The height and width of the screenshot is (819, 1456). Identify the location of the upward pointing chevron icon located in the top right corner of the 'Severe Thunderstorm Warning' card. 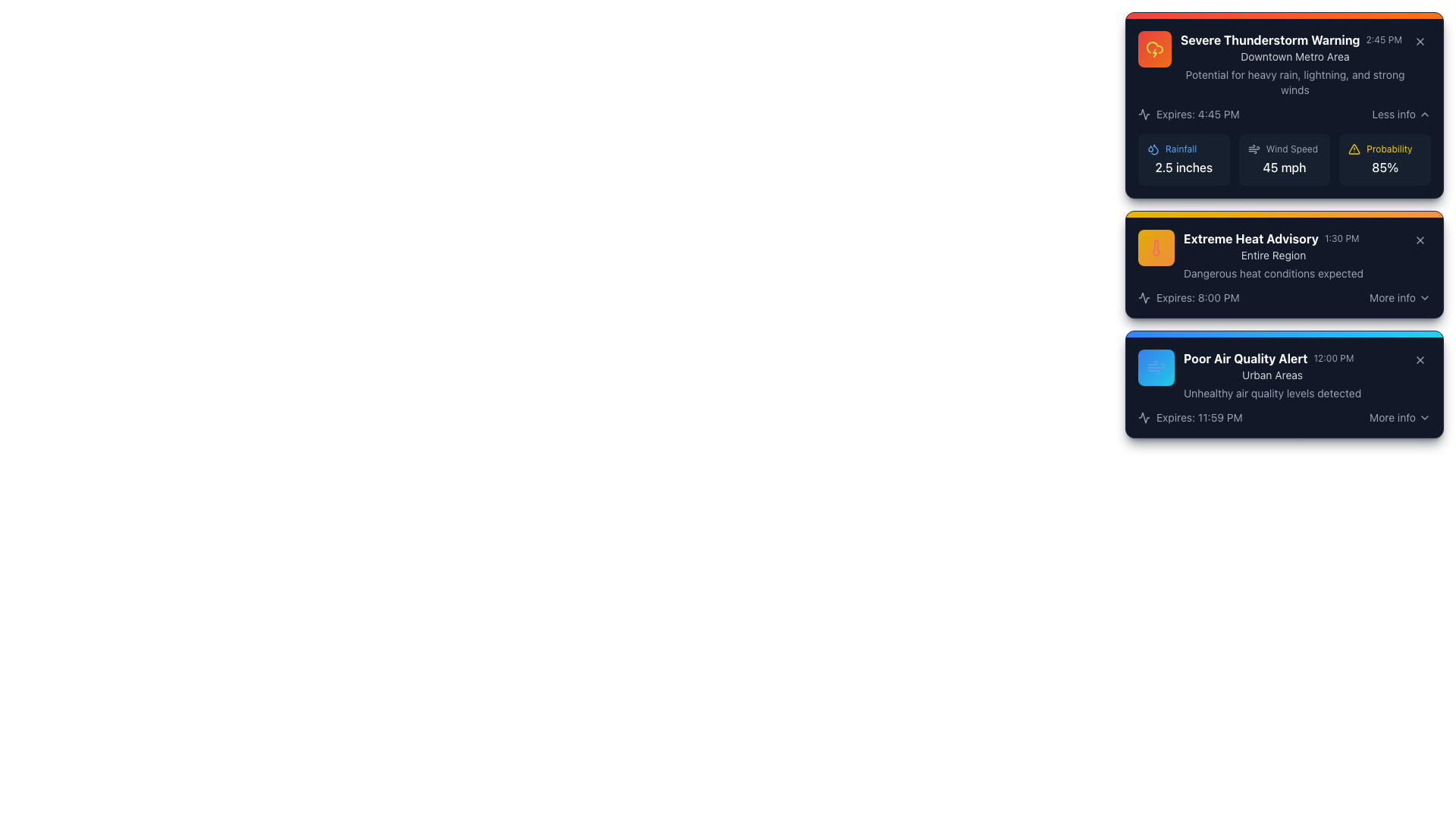
(1423, 113).